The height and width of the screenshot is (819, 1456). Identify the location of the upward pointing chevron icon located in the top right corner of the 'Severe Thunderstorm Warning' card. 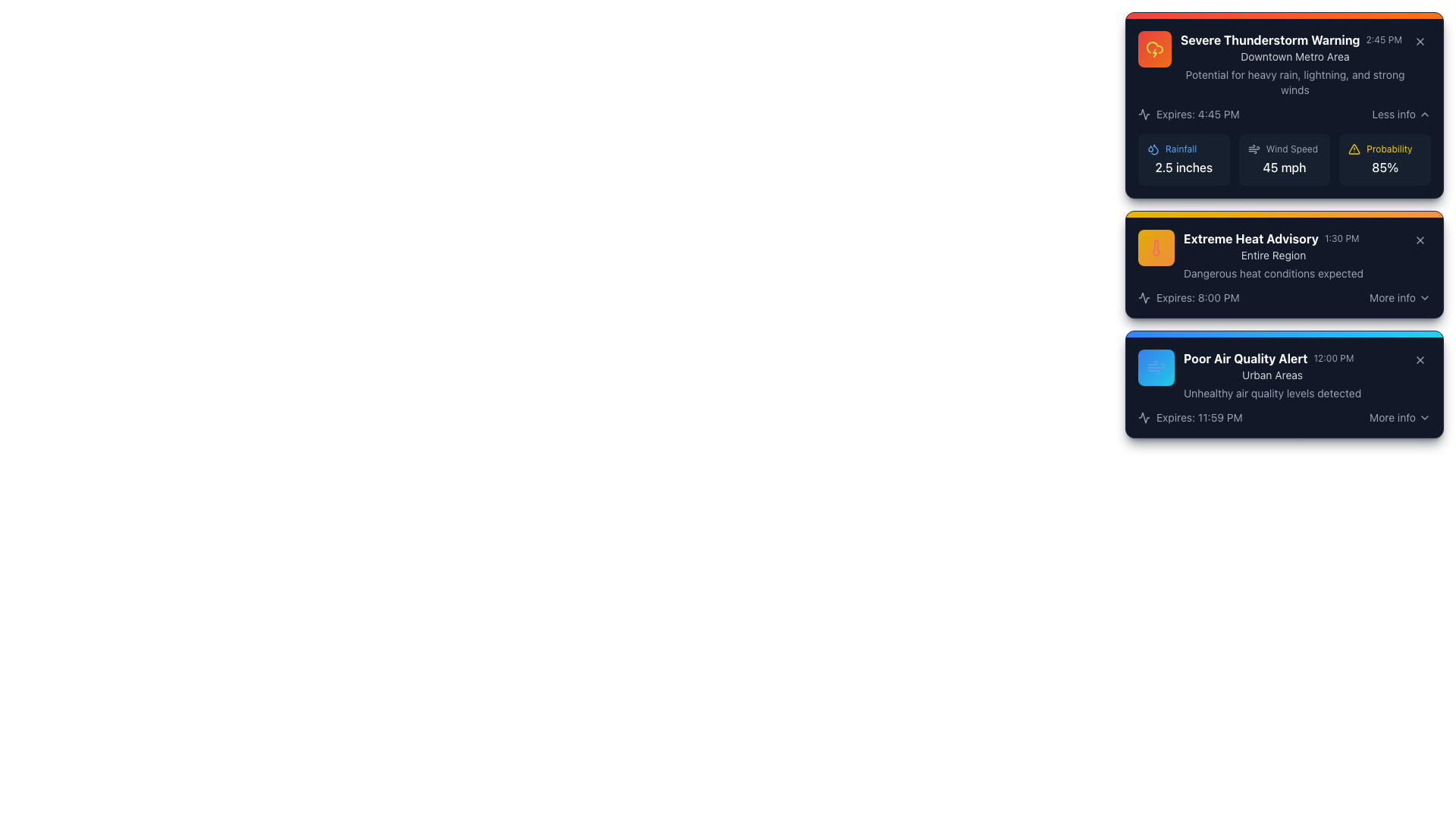
(1423, 113).